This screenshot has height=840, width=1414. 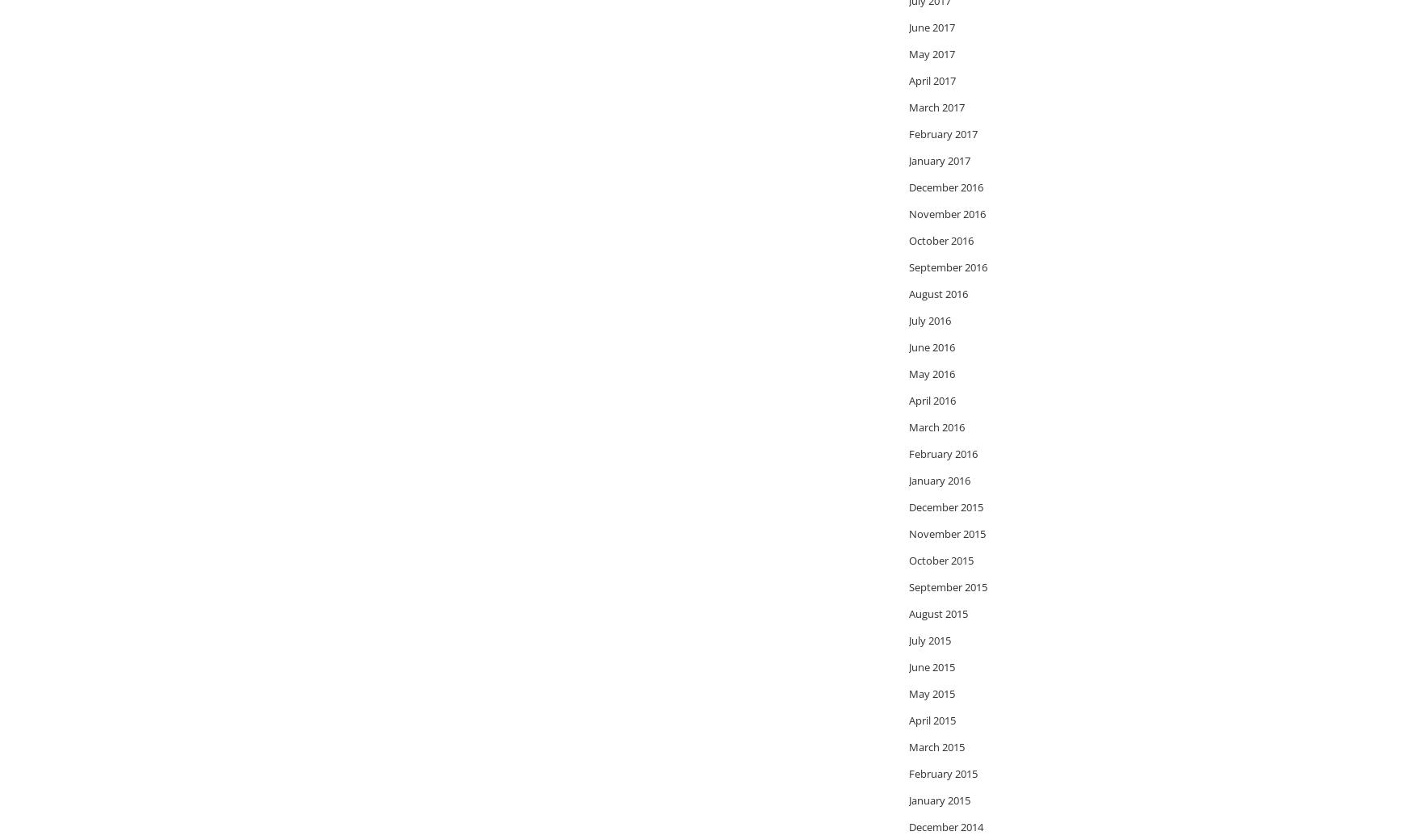 What do you see at coordinates (946, 532) in the screenshot?
I see `'November 2015'` at bounding box center [946, 532].